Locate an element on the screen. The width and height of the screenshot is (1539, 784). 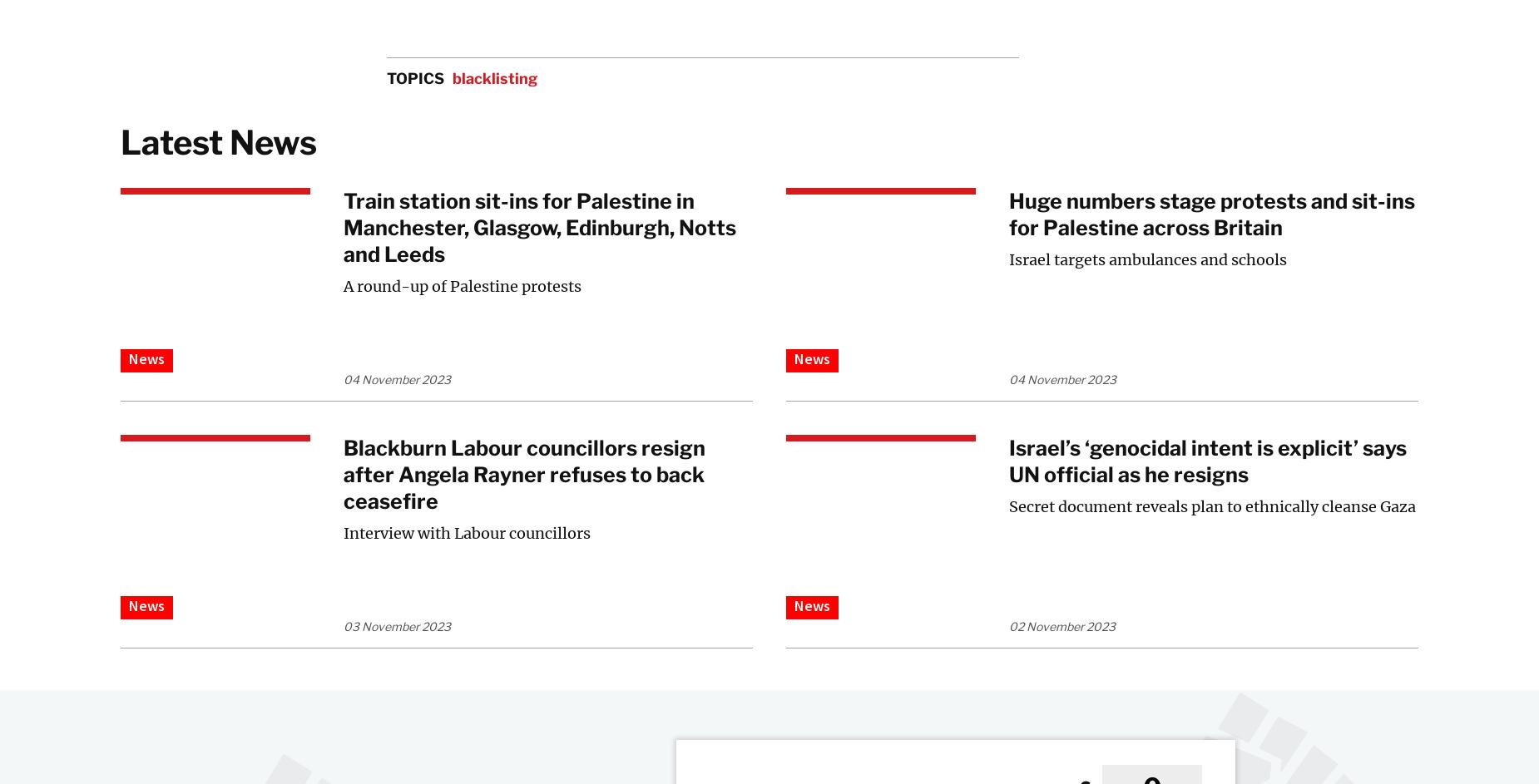
'blacklisting' is located at coordinates (494, 77).